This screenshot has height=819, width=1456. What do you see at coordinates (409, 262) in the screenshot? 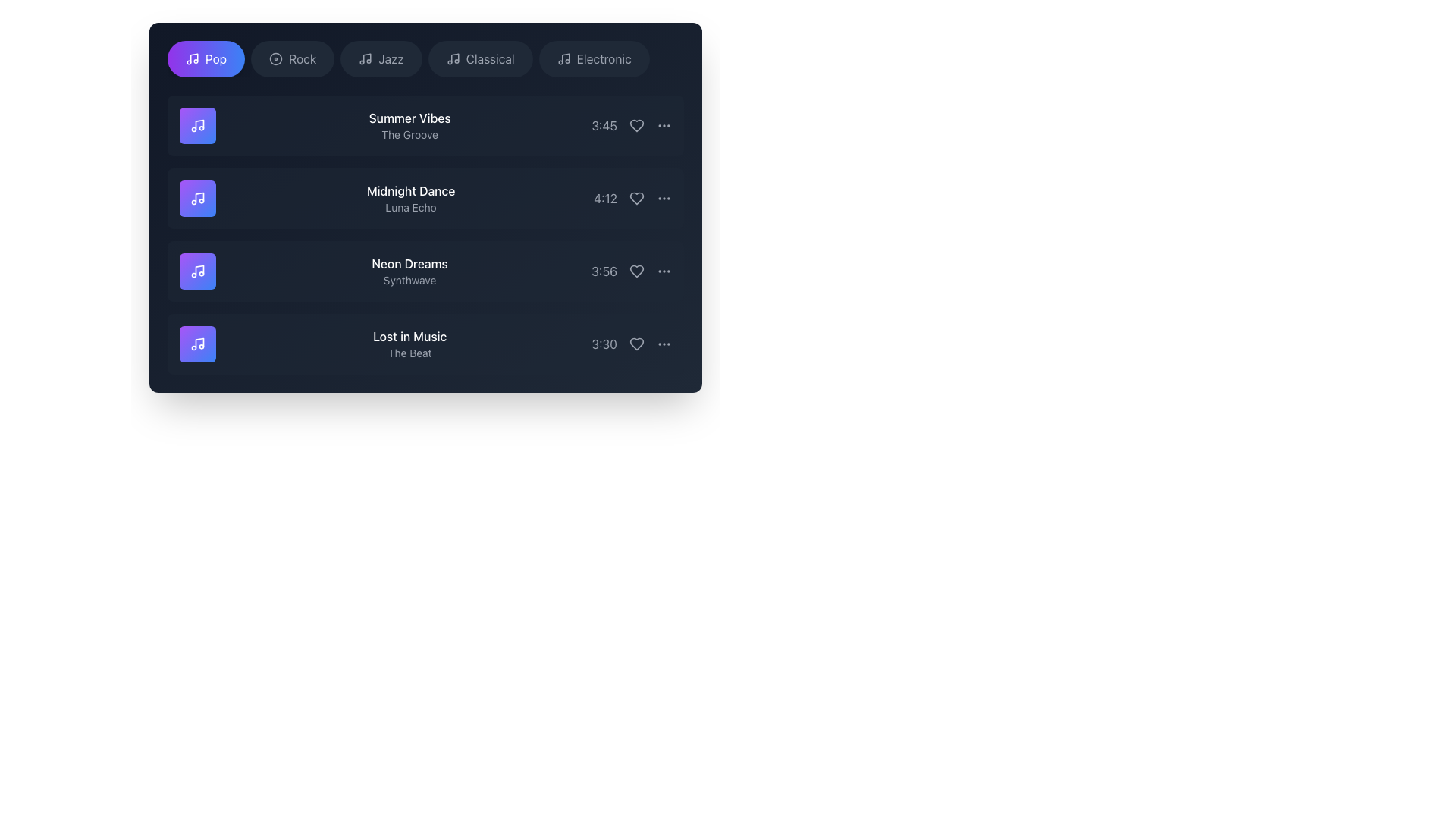
I see `the title text of the song 'Neon Dreams', which is the third item in the song list, positioned directly above the subtitle 'Synthwave'` at bounding box center [409, 262].